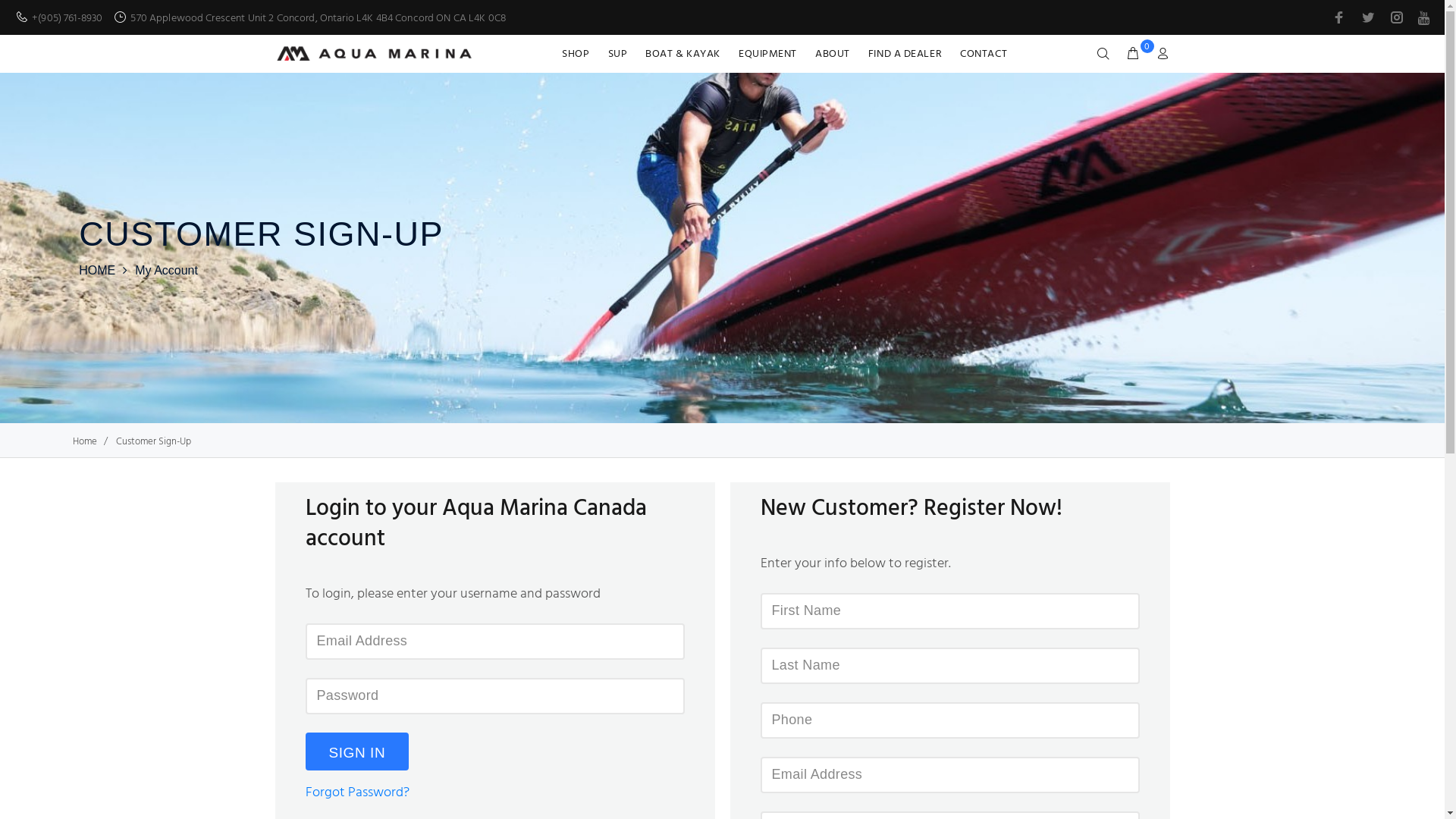 The image size is (1456, 819). What do you see at coordinates (356, 792) in the screenshot?
I see `'Forgot Password?'` at bounding box center [356, 792].